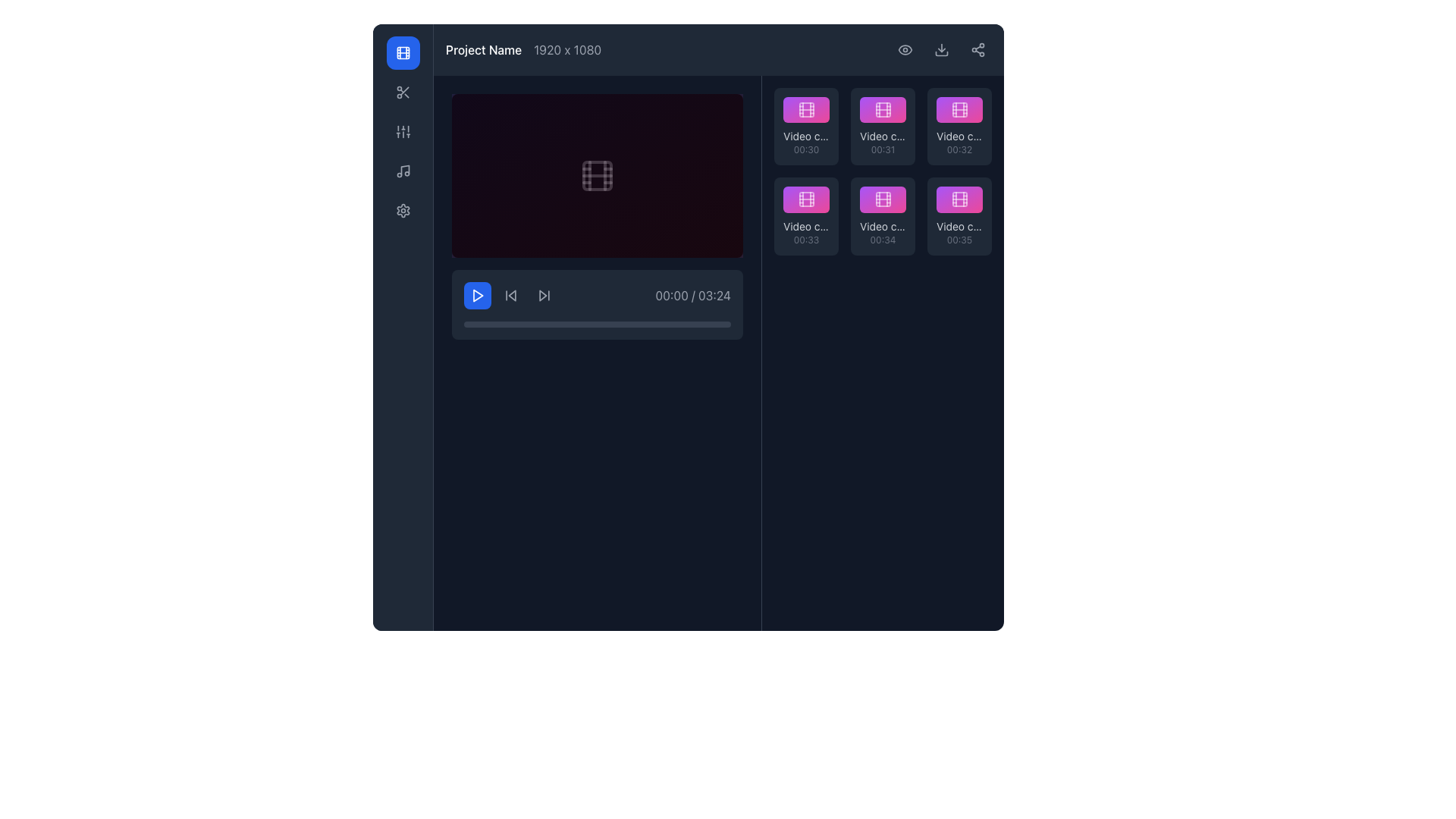  I want to click on the music note icon in the left sidebar, which is the fourth icon from the top, so click(403, 171).